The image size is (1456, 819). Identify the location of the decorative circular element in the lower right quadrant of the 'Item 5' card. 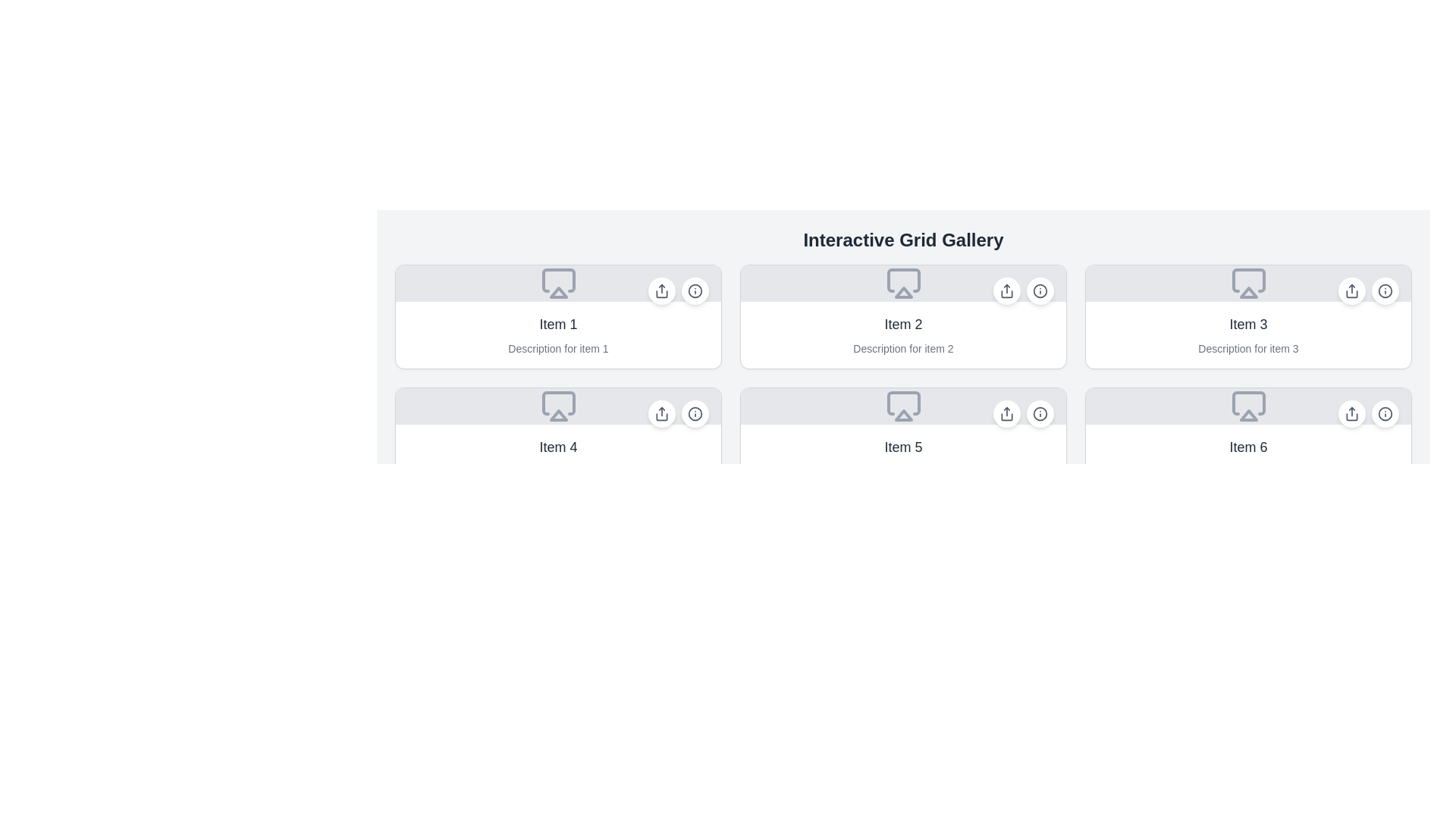
(1040, 414).